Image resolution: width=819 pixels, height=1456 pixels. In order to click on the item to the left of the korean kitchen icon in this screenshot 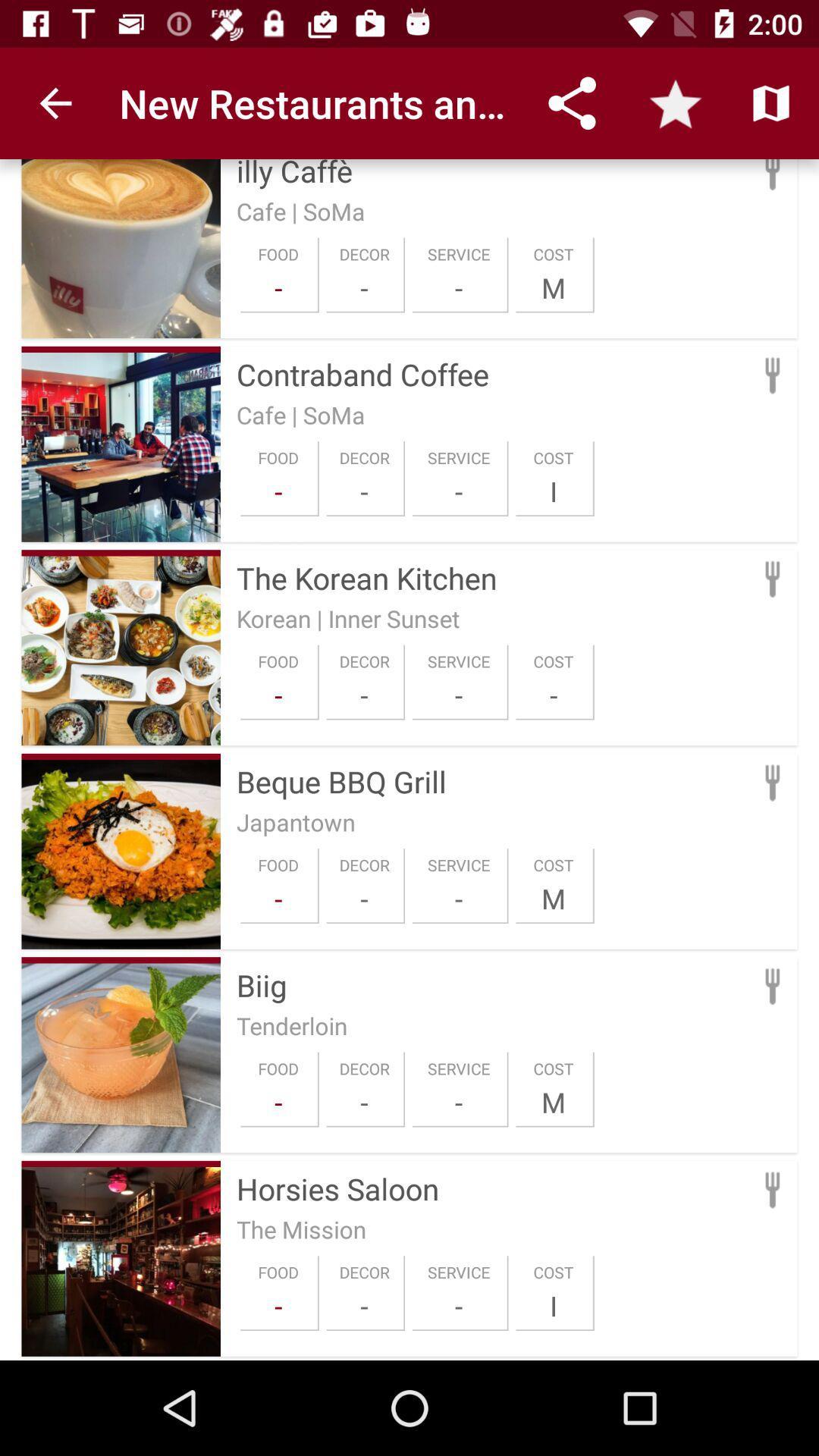, I will do `click(120, 552)`.